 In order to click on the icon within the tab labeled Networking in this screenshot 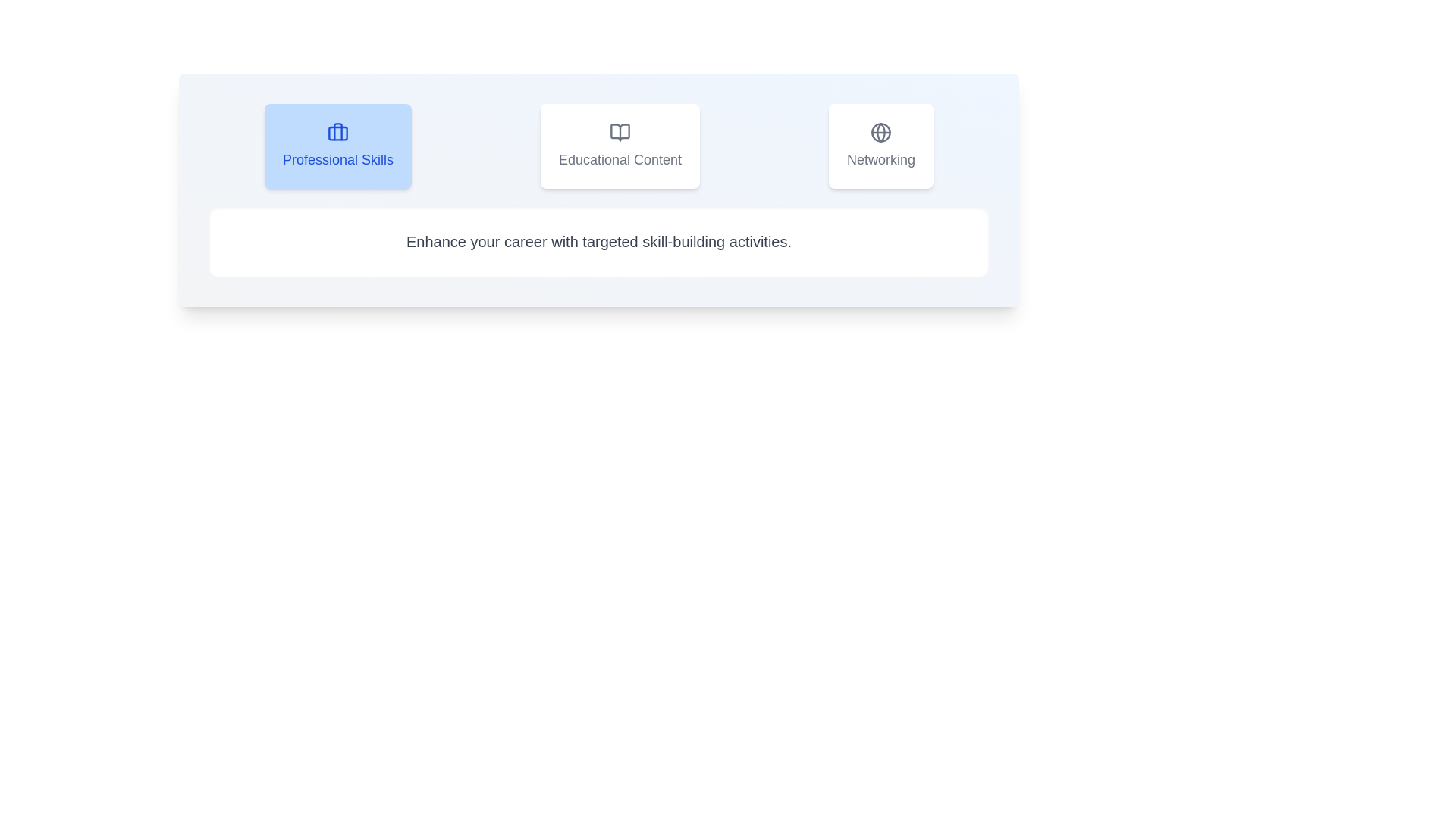, I will do `click(880, 146)`.